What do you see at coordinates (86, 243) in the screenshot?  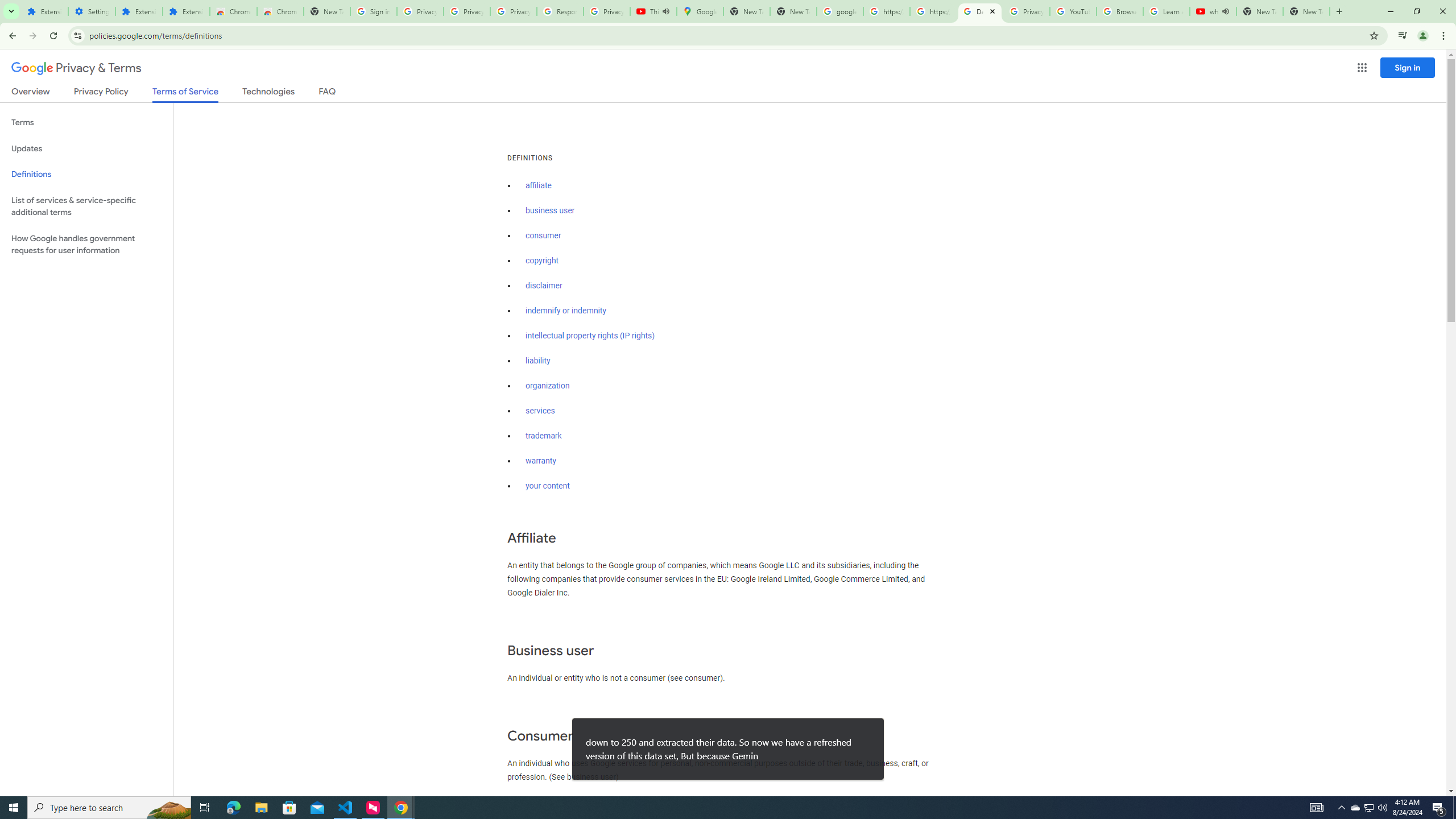 I see `'How Google handles government requests for user information'` at bounding box center [86, 243].